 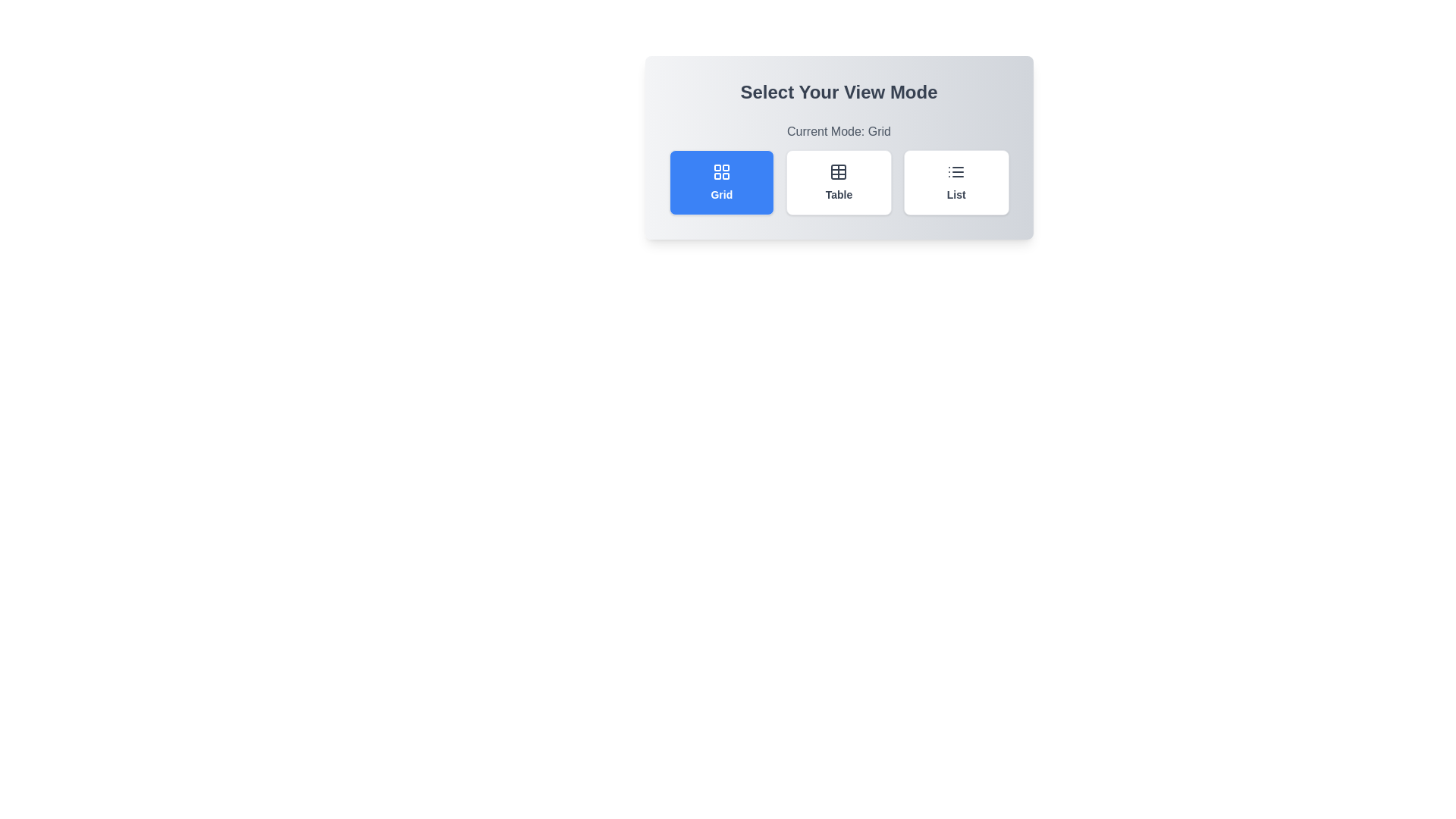 What do you see at coordinates (955, 181) in the screenshot?
I see `the button with a white background and a 'List' label` at bounding box center [955, 181].